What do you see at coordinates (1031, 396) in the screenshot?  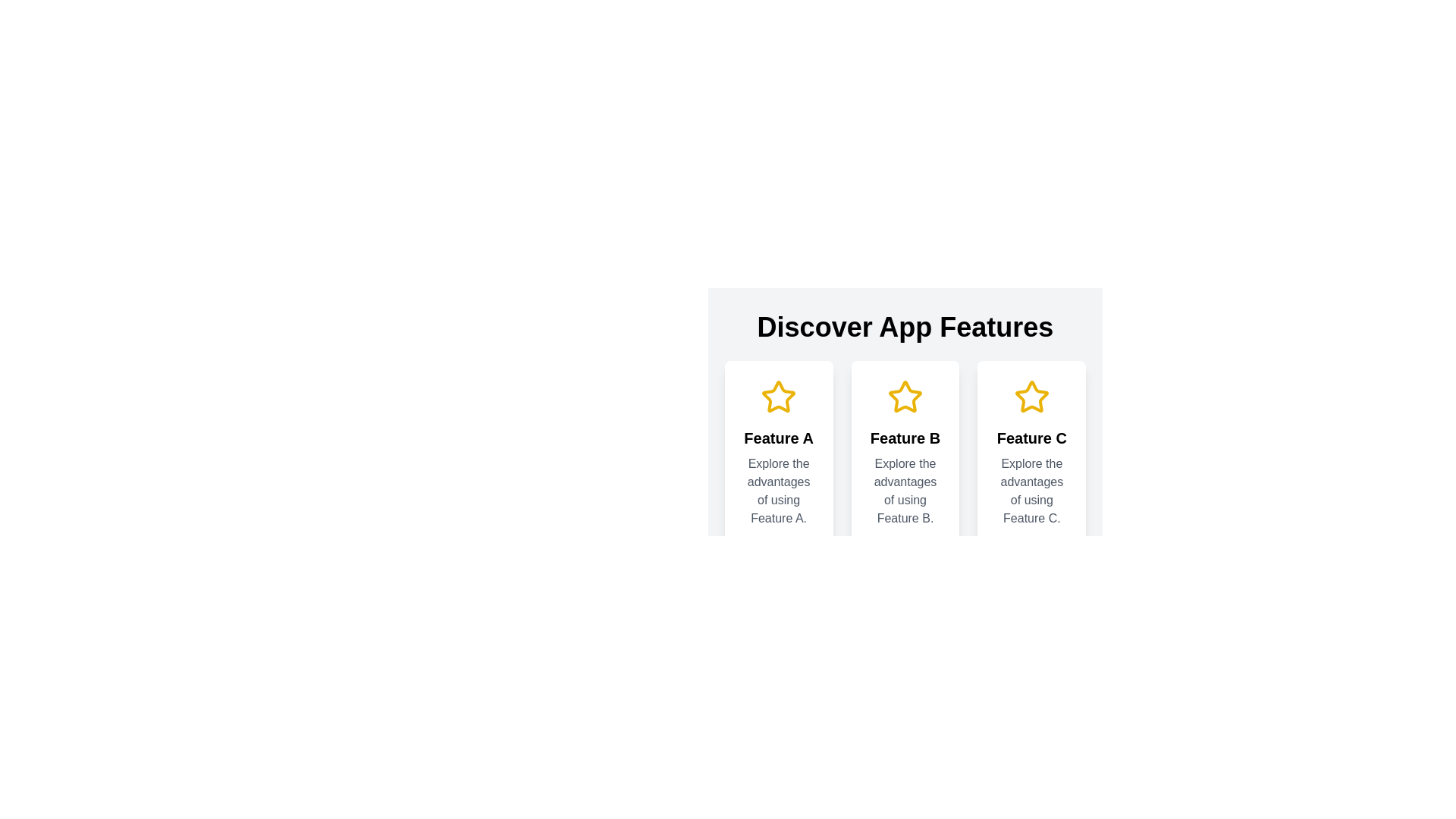 I see `the third star-shaped icon with a yellow border located above the text 'Feature C'` at bounding box center [1031, 396].